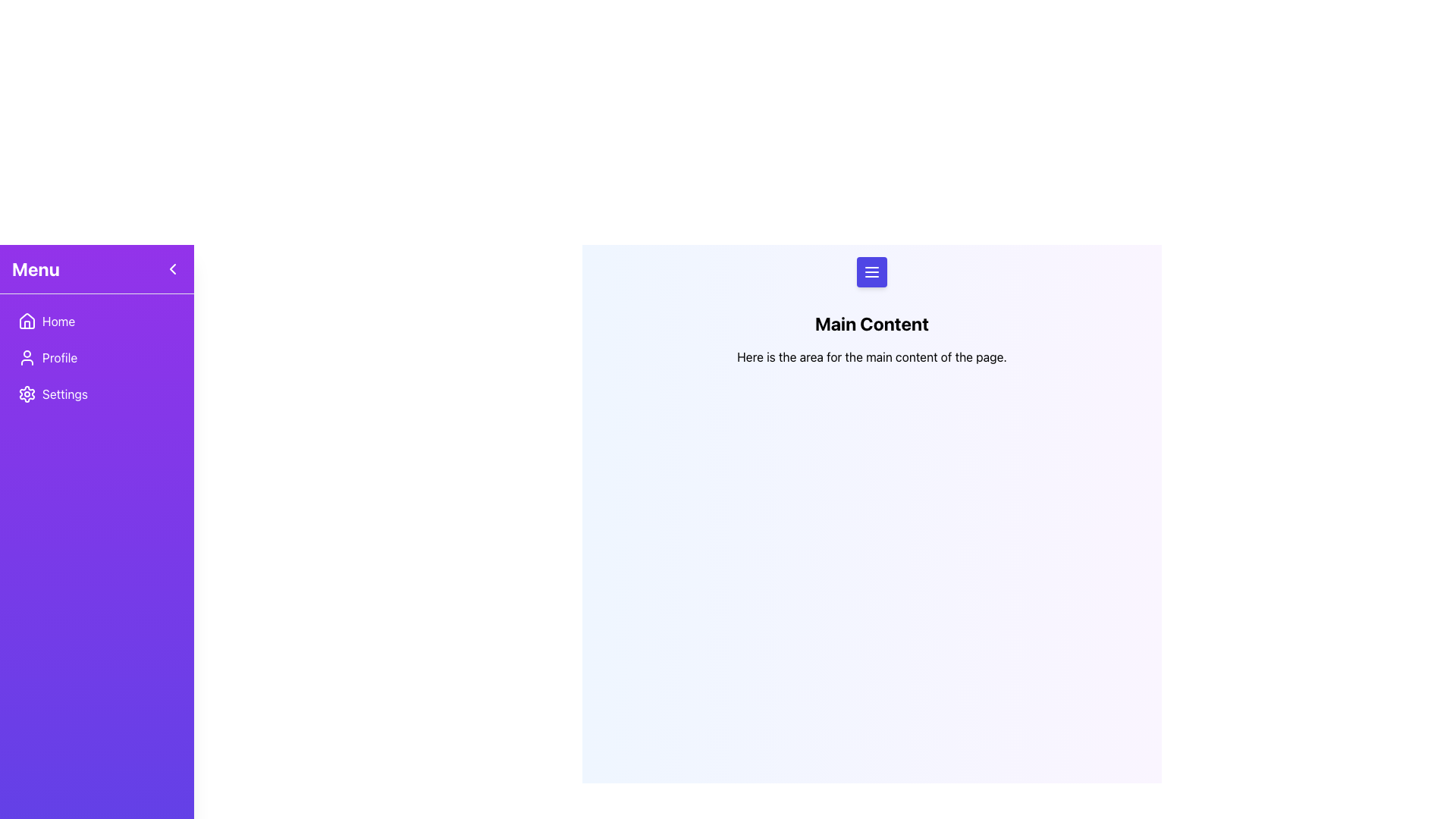  What do you see at coordinates (60, 357) in the screenshot?
I see `text of the 'Profile' label in the vertical navigation menu, which displays in bold white font on a purple background` at bounding box center [60, 357].